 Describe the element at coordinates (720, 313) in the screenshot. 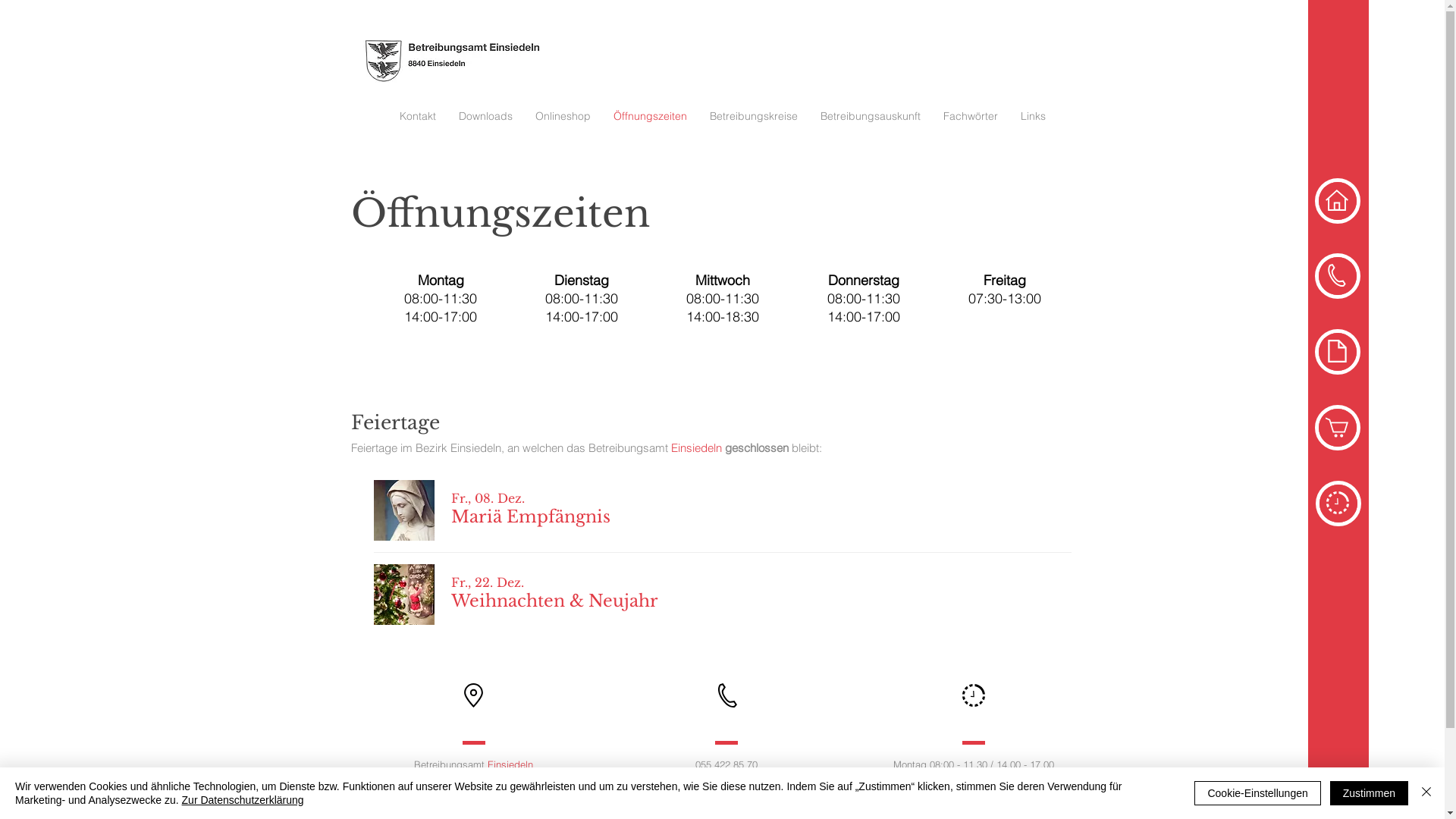

I see `'Open for Business'` at that location.